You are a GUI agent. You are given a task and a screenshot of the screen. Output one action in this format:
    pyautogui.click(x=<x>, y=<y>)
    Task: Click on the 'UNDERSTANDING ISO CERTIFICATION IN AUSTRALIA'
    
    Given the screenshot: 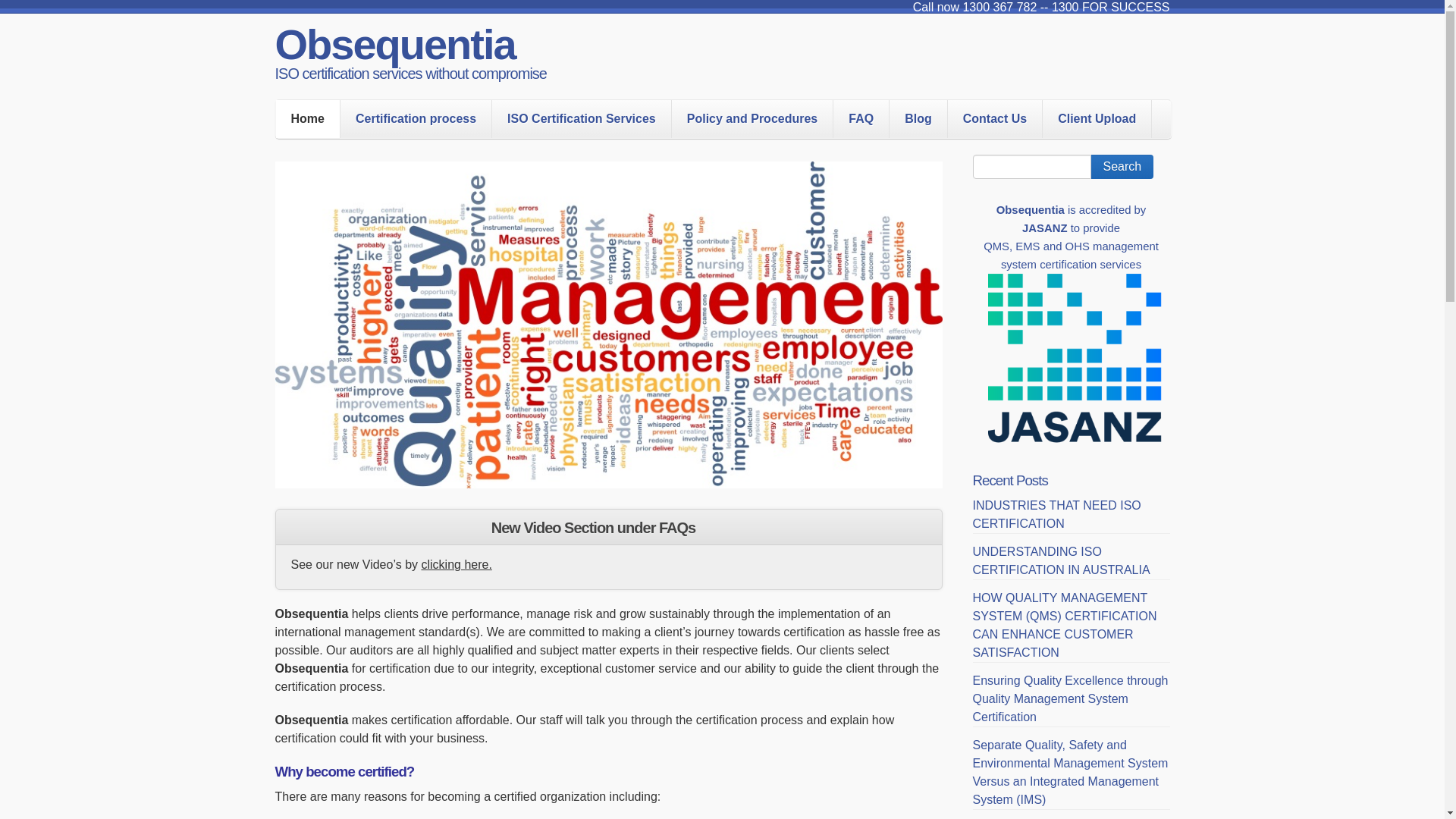 What is the action you would take?
    pyautogui.click(x=1059, y=560)
    